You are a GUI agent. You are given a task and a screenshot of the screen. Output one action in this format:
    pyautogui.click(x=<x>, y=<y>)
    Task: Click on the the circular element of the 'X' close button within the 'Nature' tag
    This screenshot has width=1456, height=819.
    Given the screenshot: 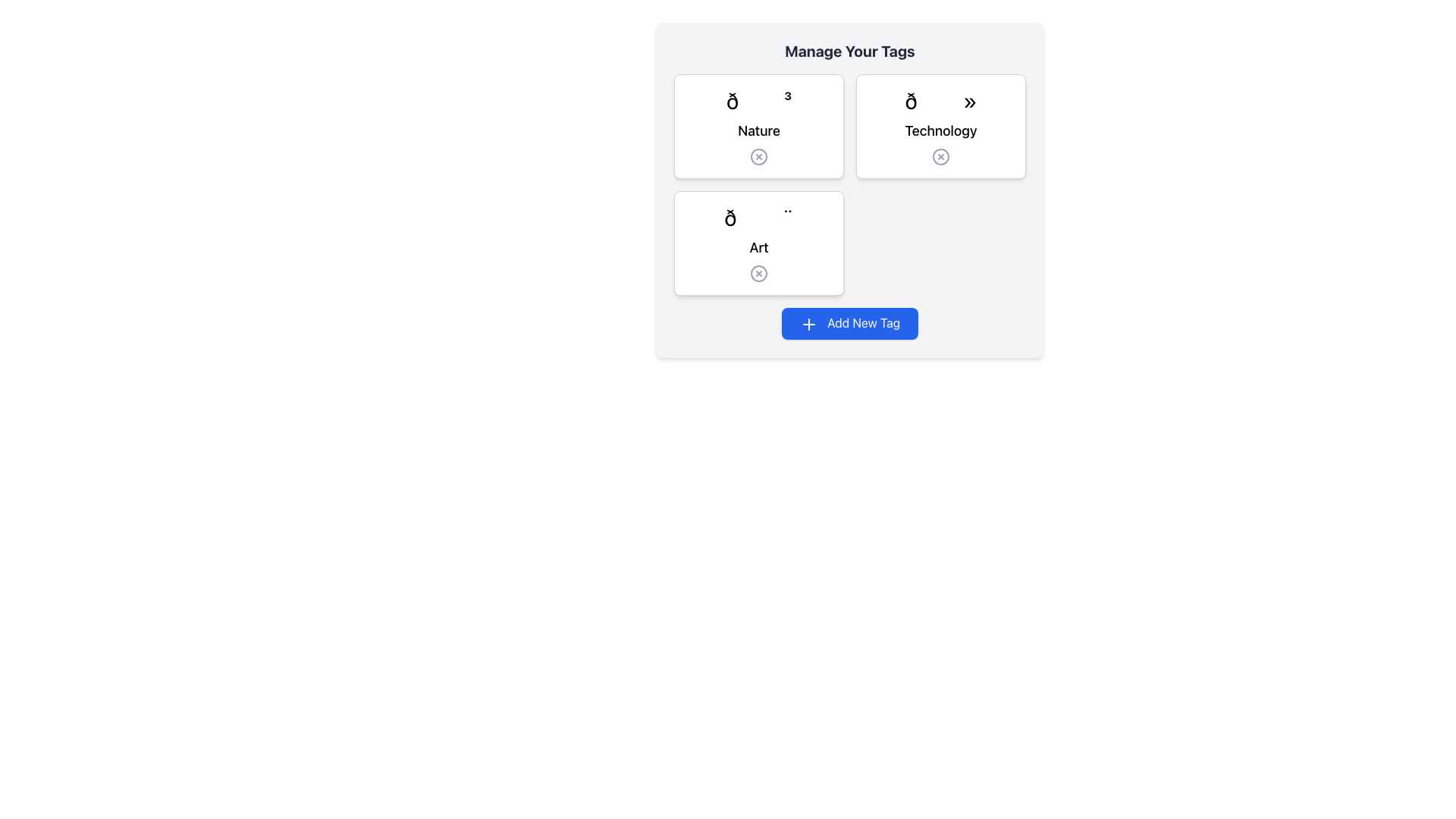 What is the action you would take?
    pyautogui.click(x=759, y=157)
    